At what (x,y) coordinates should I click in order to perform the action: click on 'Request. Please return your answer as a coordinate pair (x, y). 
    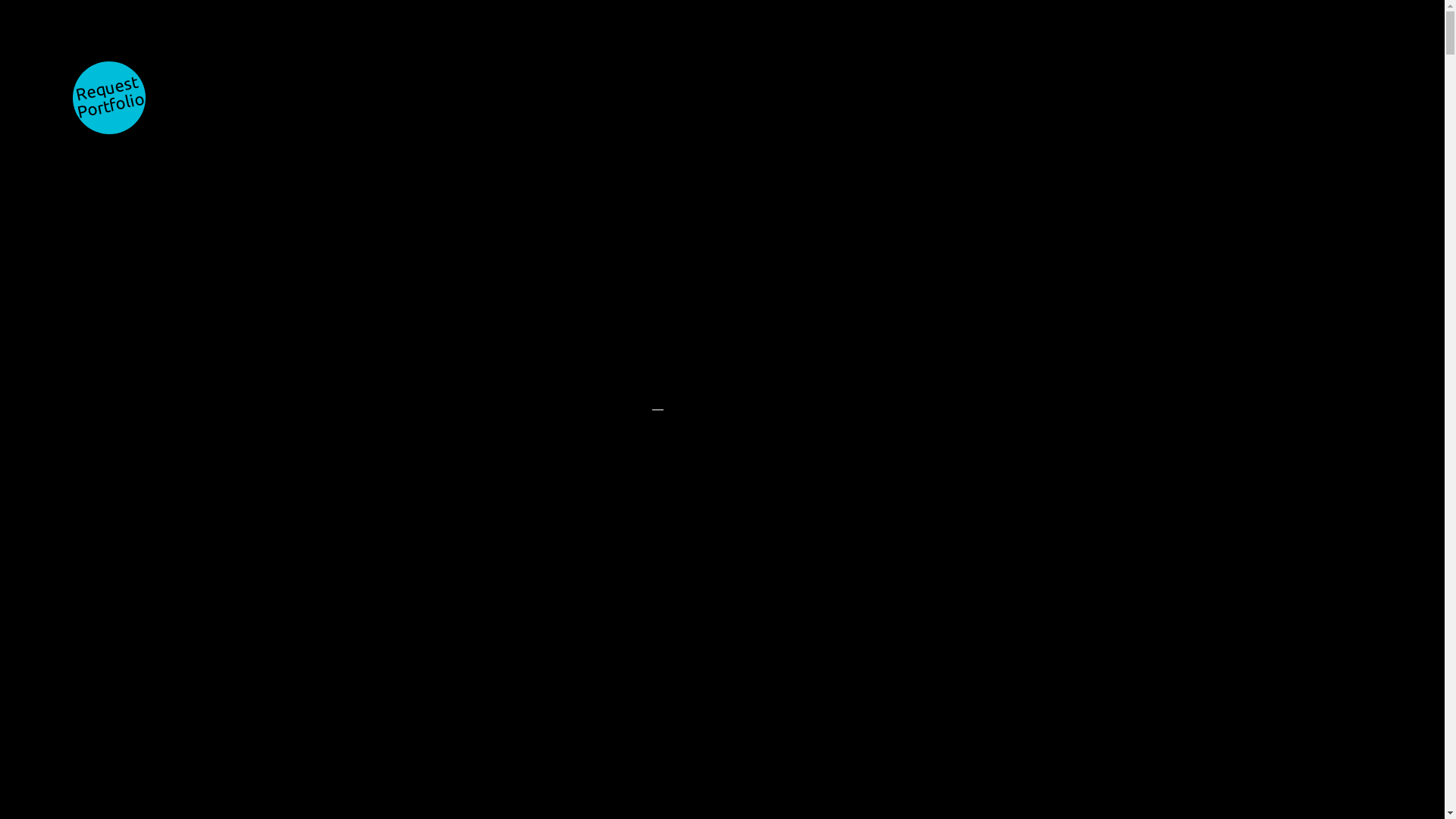
    Looking at the image, I should click on (108, 97).